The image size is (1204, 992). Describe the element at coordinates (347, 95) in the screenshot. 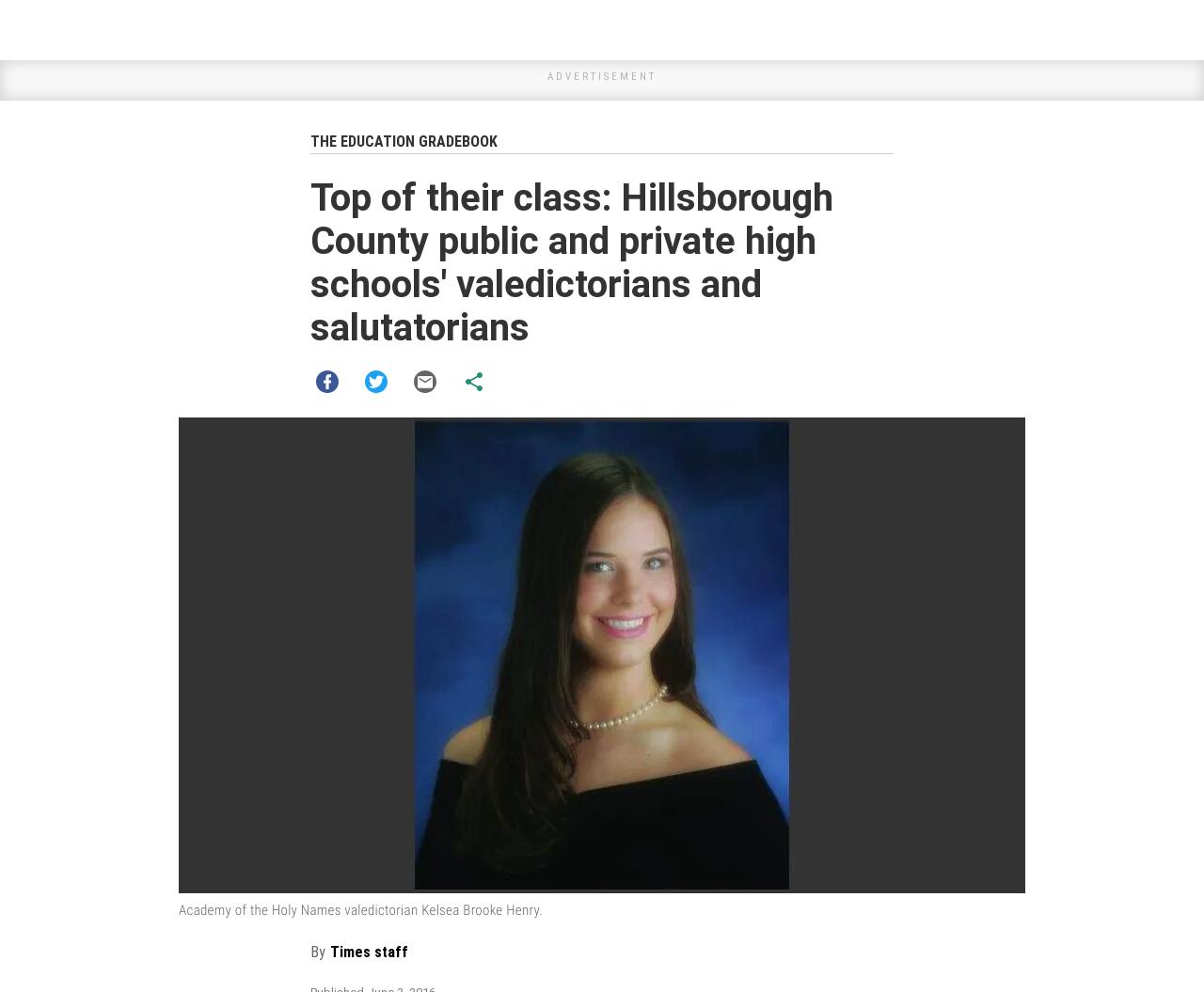

I see `'GPA: 6.20'` at that location.